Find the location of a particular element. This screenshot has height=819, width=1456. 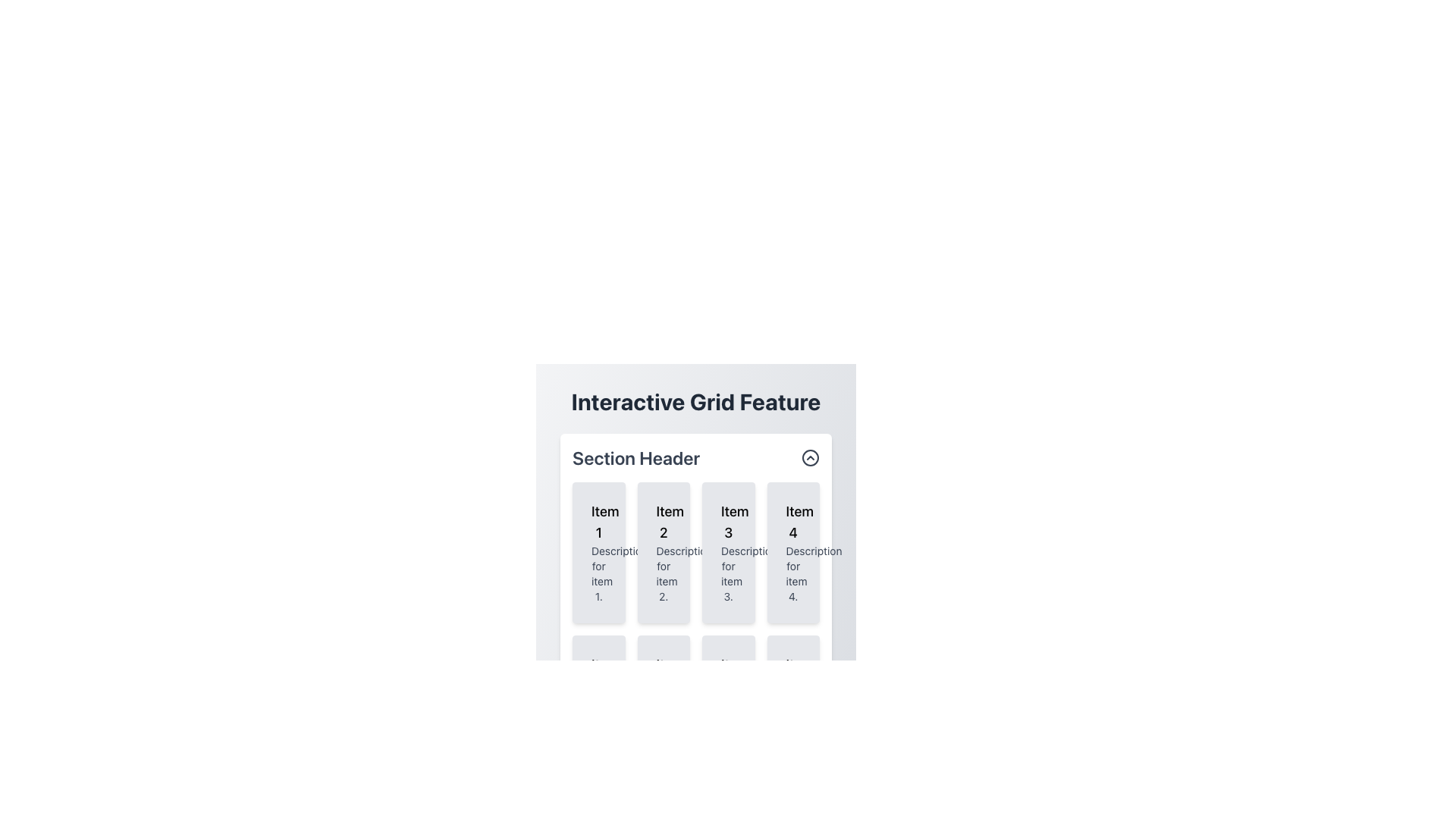

the text label or heading at the top of the first card in the grid, which indicates the name or type of the content represented by the card is located at coordinates (598, 522).